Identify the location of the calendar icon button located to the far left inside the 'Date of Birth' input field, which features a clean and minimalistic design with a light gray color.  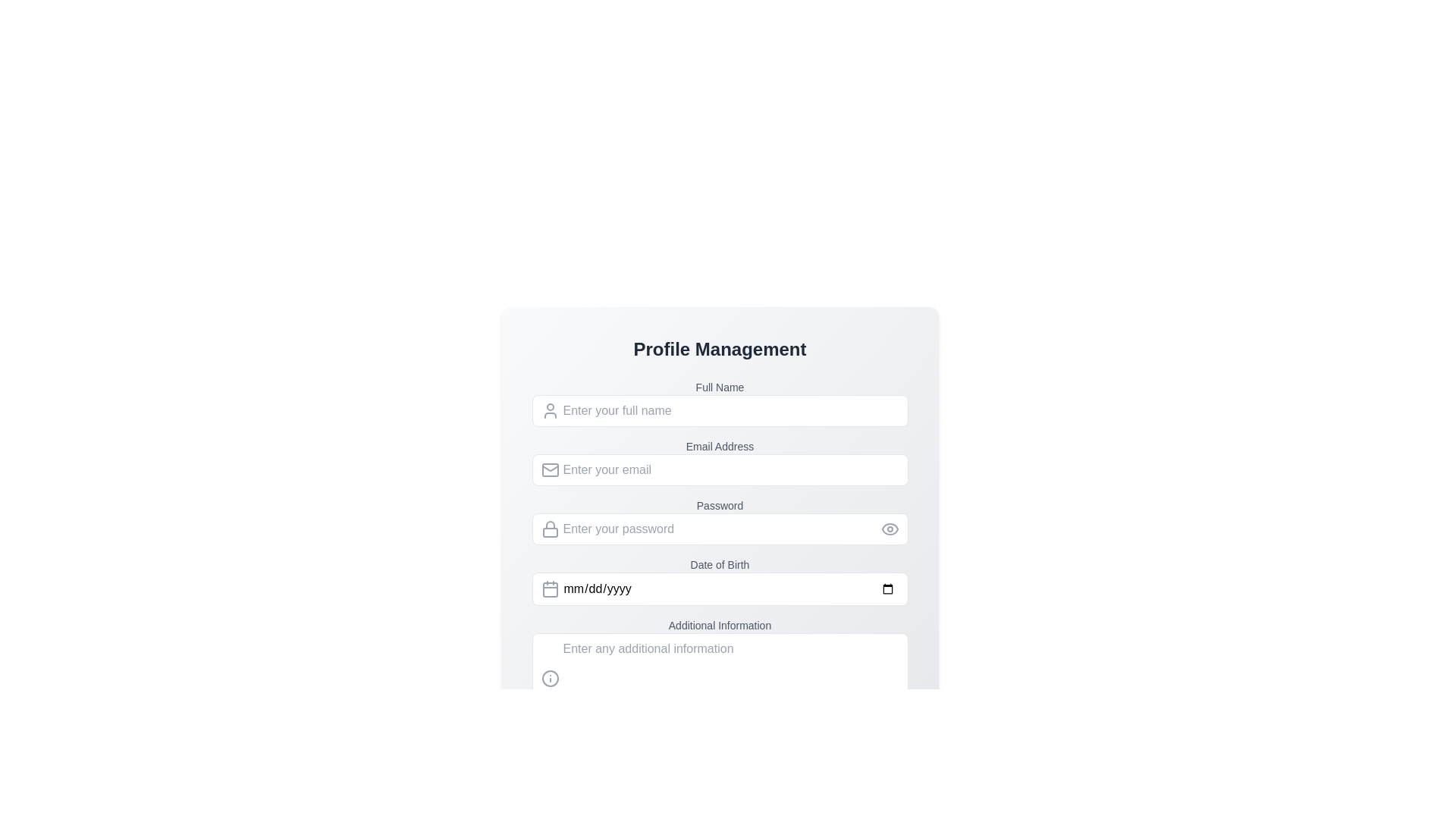
(549, 588).